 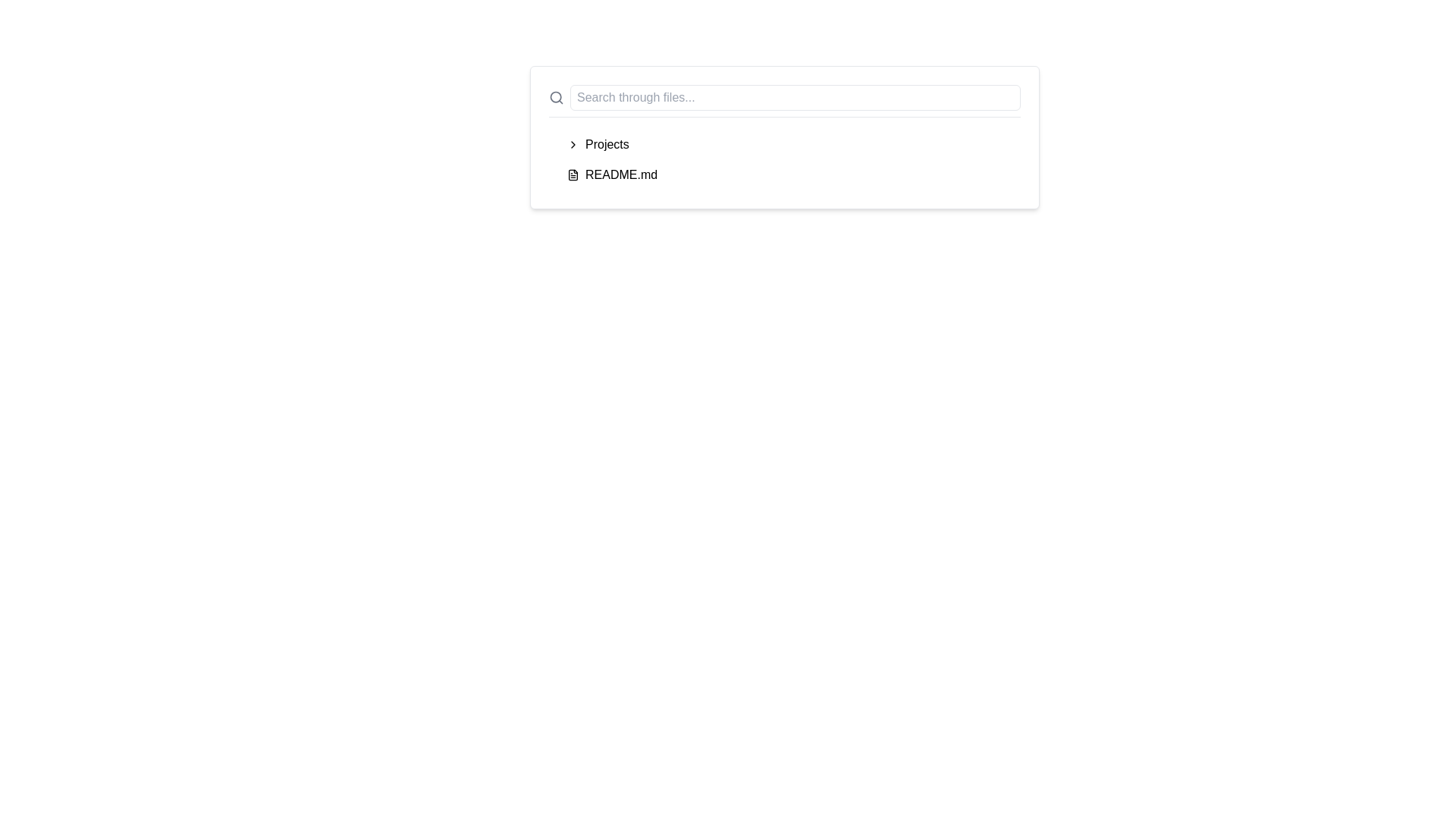 What do you see at coordinates (572, 174) in the screenshot?
I see `the decorative vector graphic component that visually represents a file document, located at the top-right corner of the file icon` at bounding box center [572, 174].